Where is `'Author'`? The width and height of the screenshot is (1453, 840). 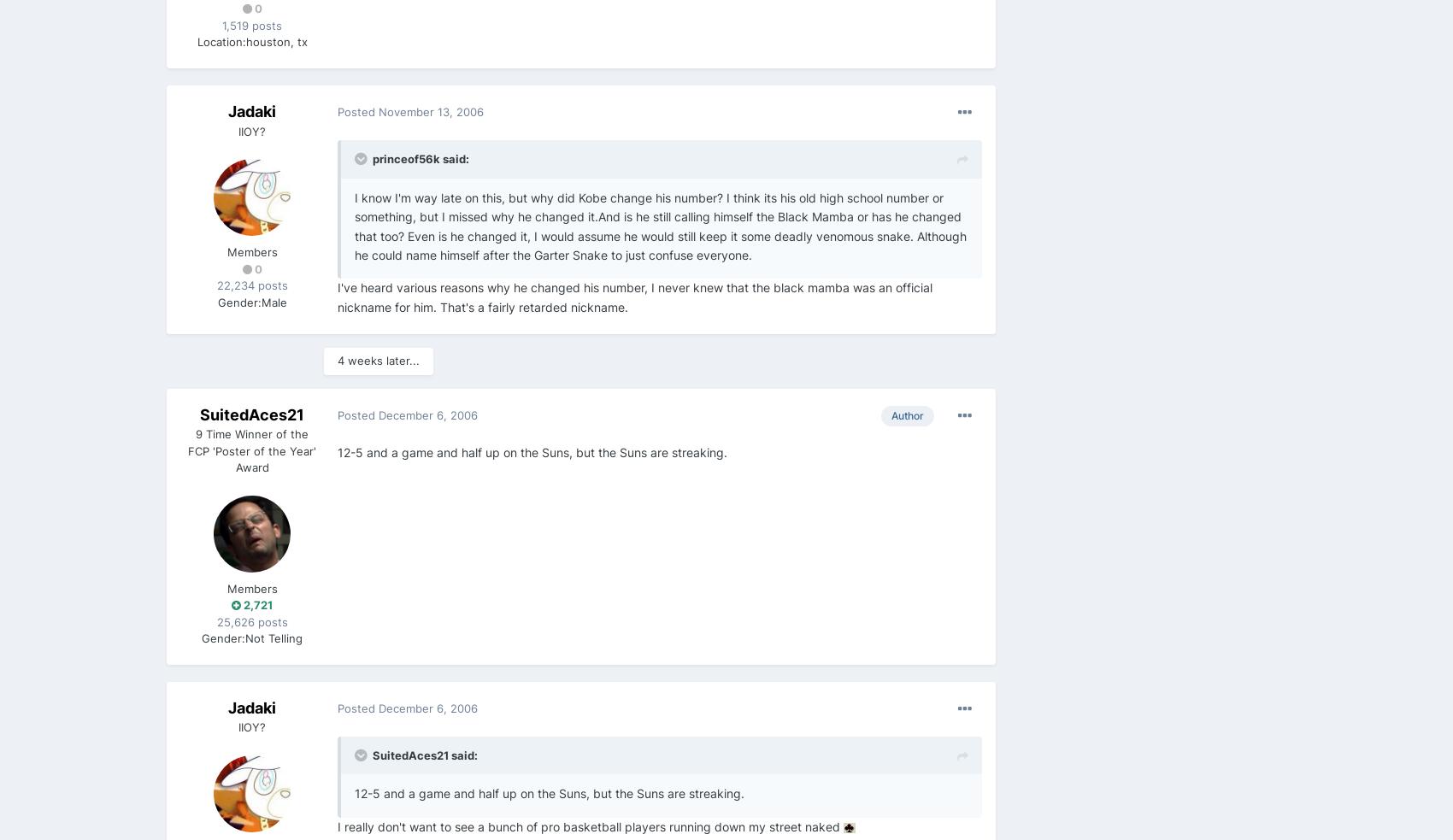
'Author' is located at coordinates (906, 414).